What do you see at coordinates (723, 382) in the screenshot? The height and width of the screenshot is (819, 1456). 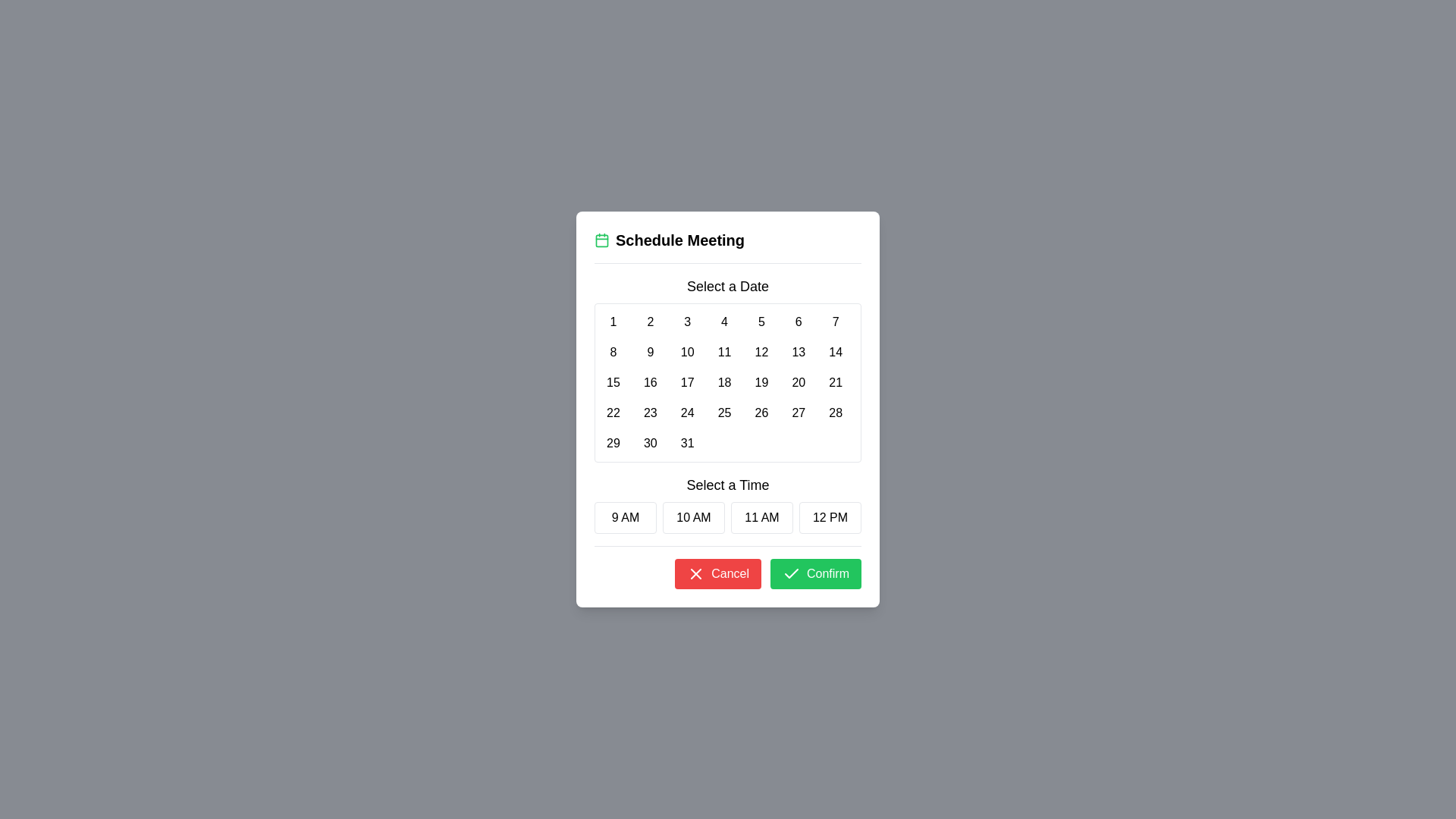 I see `the interactive button displaying the number '18'` at bounding box center [723, 382].